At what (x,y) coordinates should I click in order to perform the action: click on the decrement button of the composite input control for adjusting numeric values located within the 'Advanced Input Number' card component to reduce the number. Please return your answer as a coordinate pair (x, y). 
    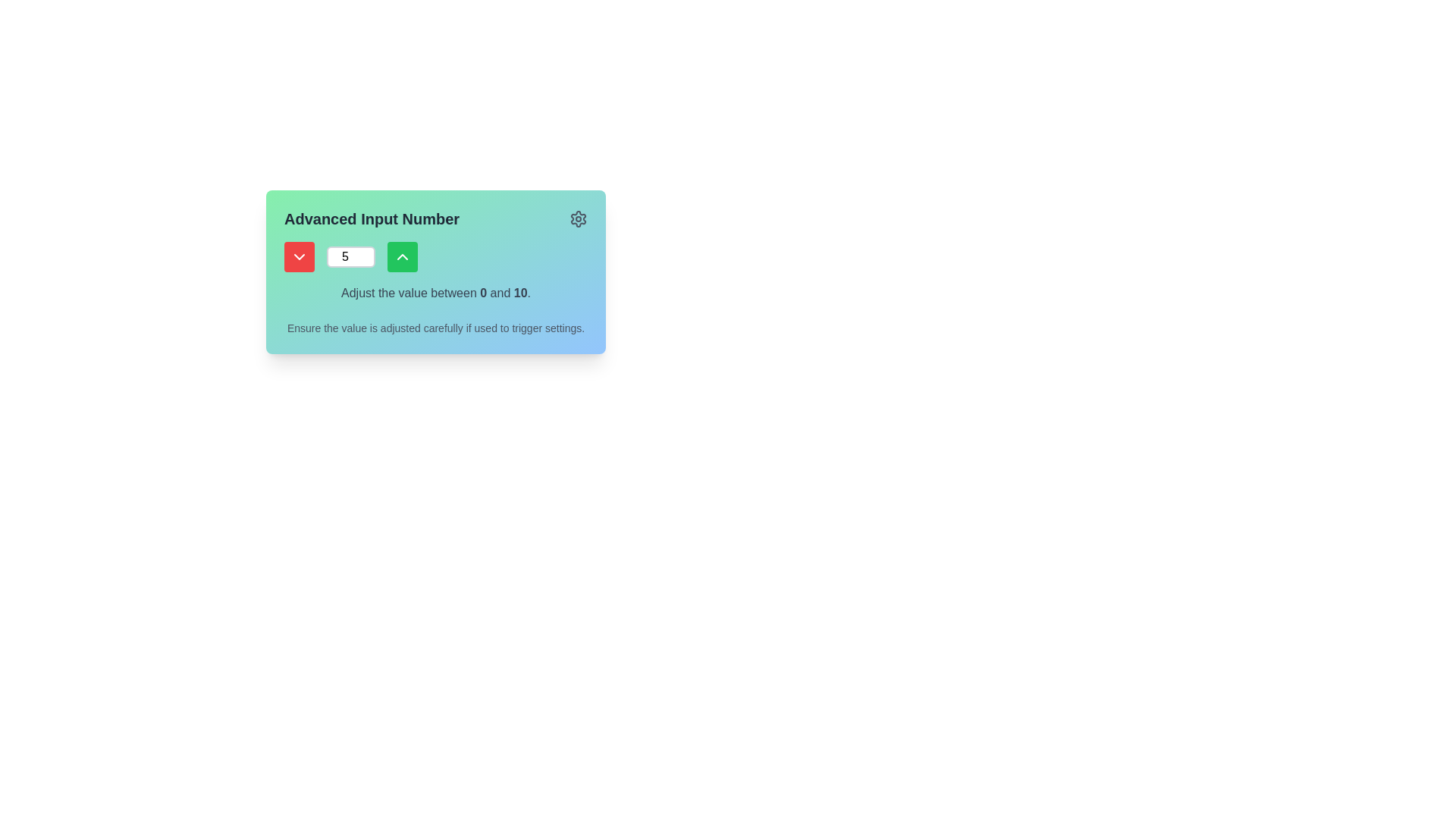
    Looking at the image, I should click on (435, 256).